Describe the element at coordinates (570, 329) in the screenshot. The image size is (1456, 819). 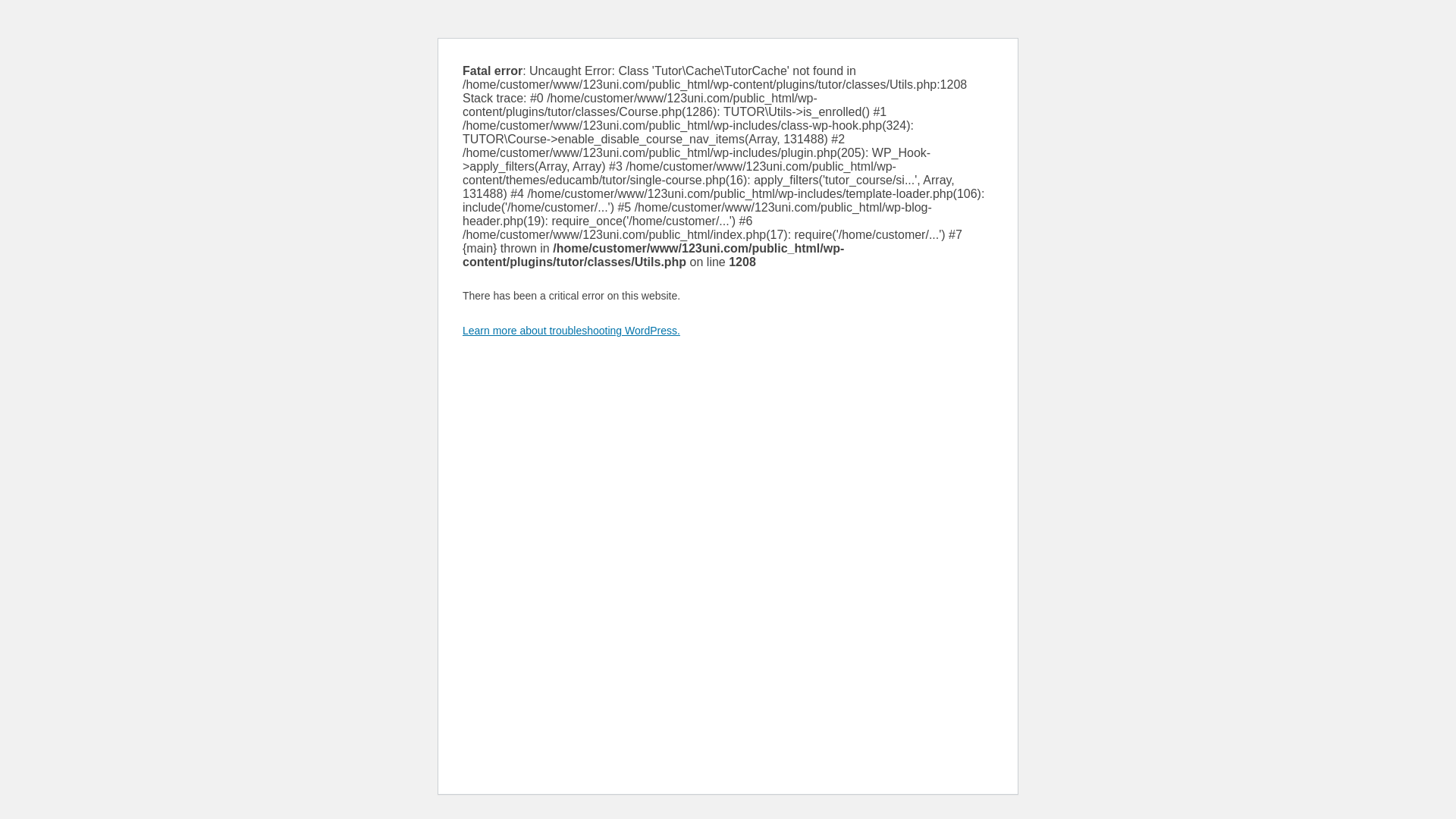
I see `'Learn more about troubleshooting WordPress.'` at that location.